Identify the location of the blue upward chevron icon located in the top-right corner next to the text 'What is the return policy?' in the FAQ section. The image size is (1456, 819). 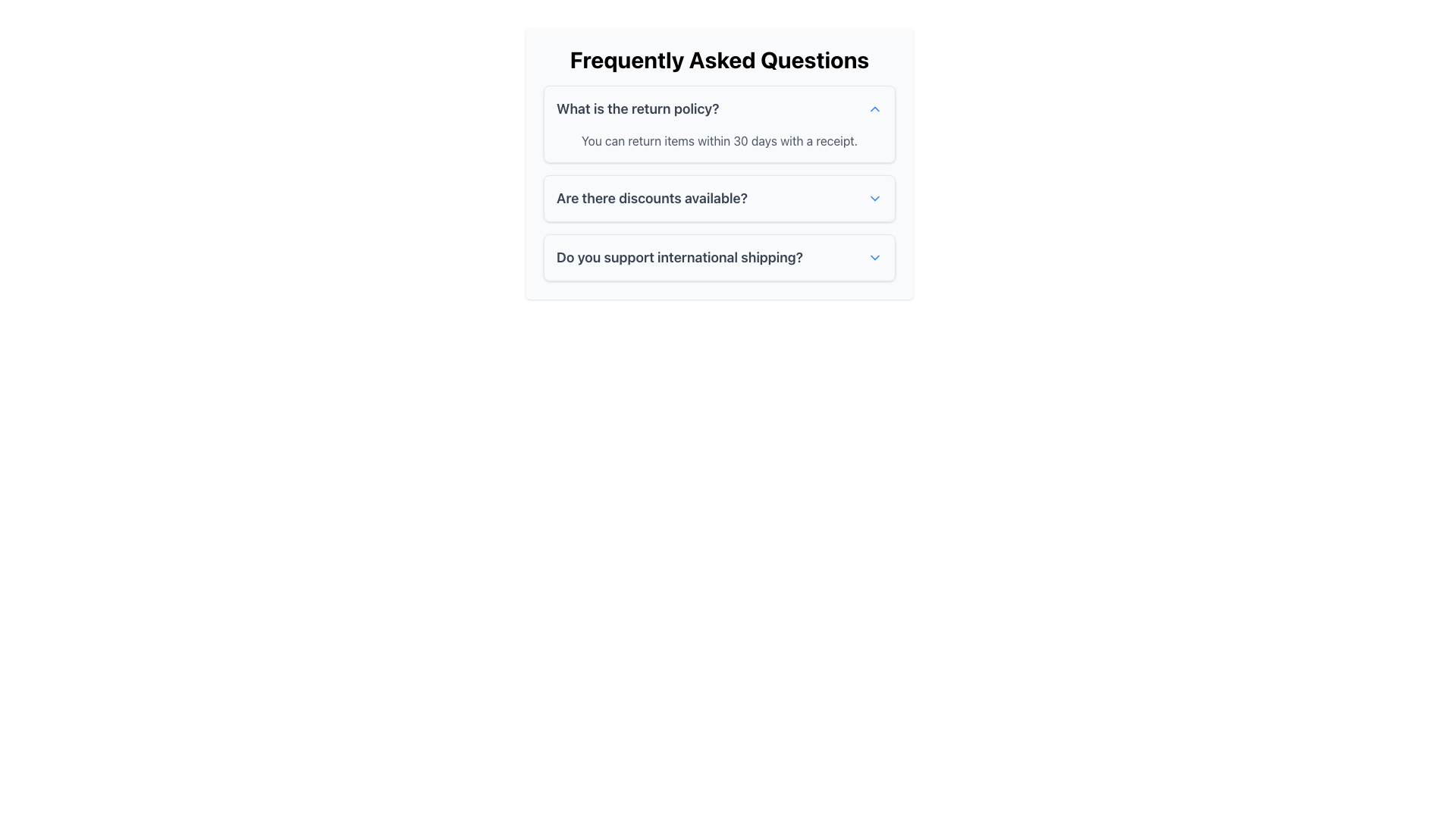
(874, 108).